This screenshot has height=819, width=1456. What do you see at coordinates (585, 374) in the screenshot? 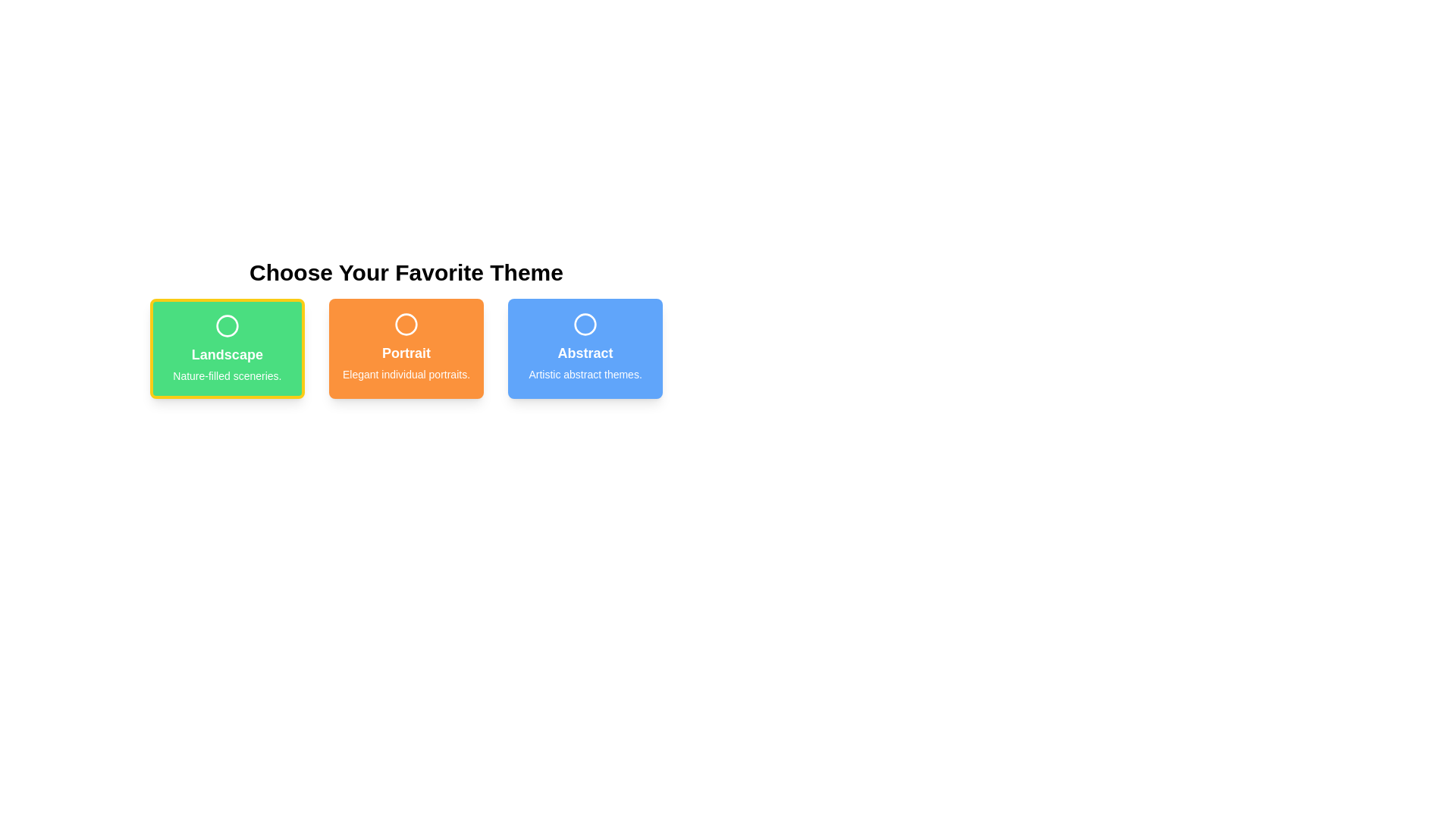
I see `the text element that reads 'Artistic abstract themes.' located at the bottom section of the third card labeled 'Abstract' in a horizontal list` at bounding box center [585, 374].